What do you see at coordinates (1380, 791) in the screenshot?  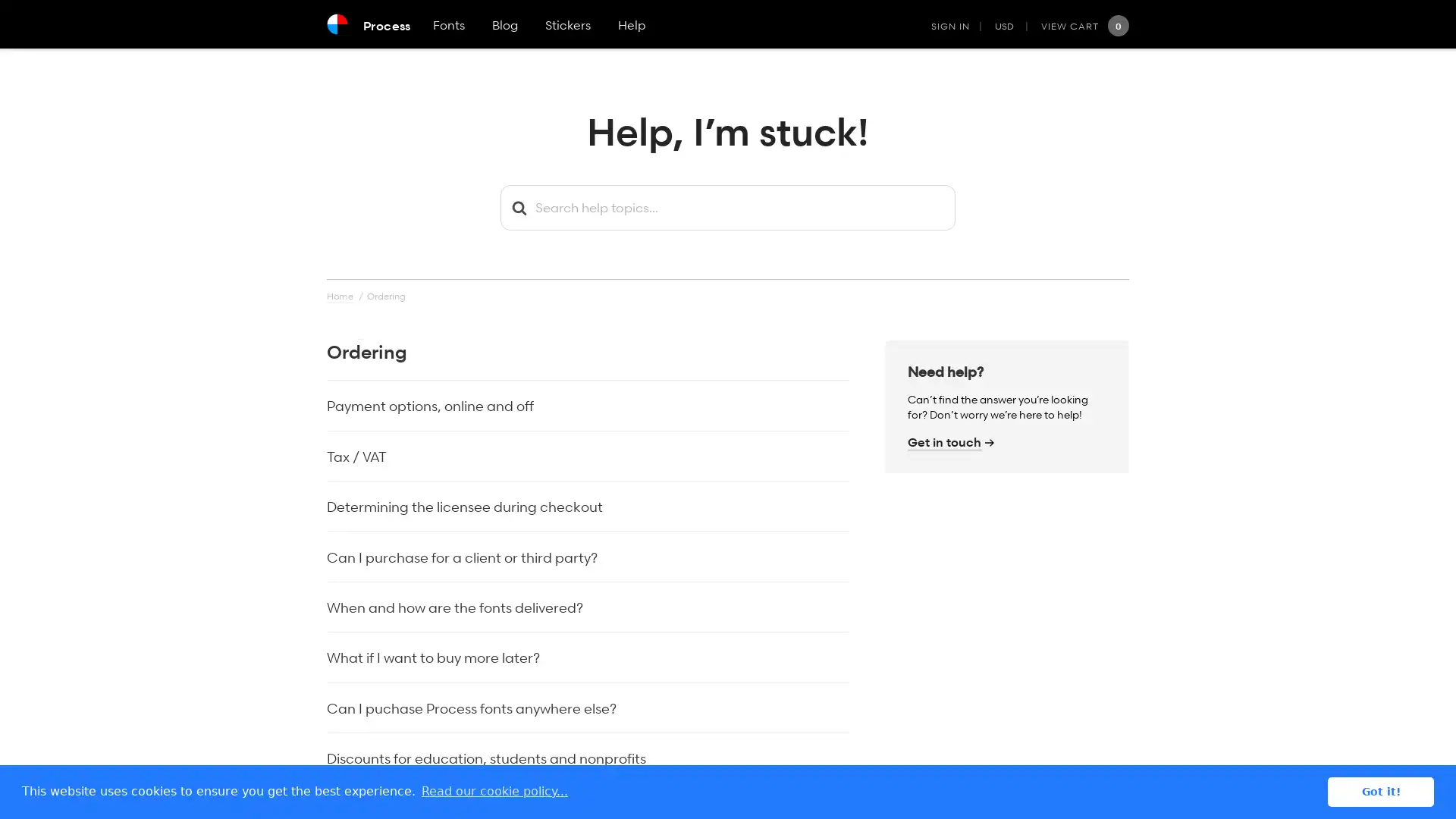 I see `dismiss cookie message` at bounding box center [1380, 791].